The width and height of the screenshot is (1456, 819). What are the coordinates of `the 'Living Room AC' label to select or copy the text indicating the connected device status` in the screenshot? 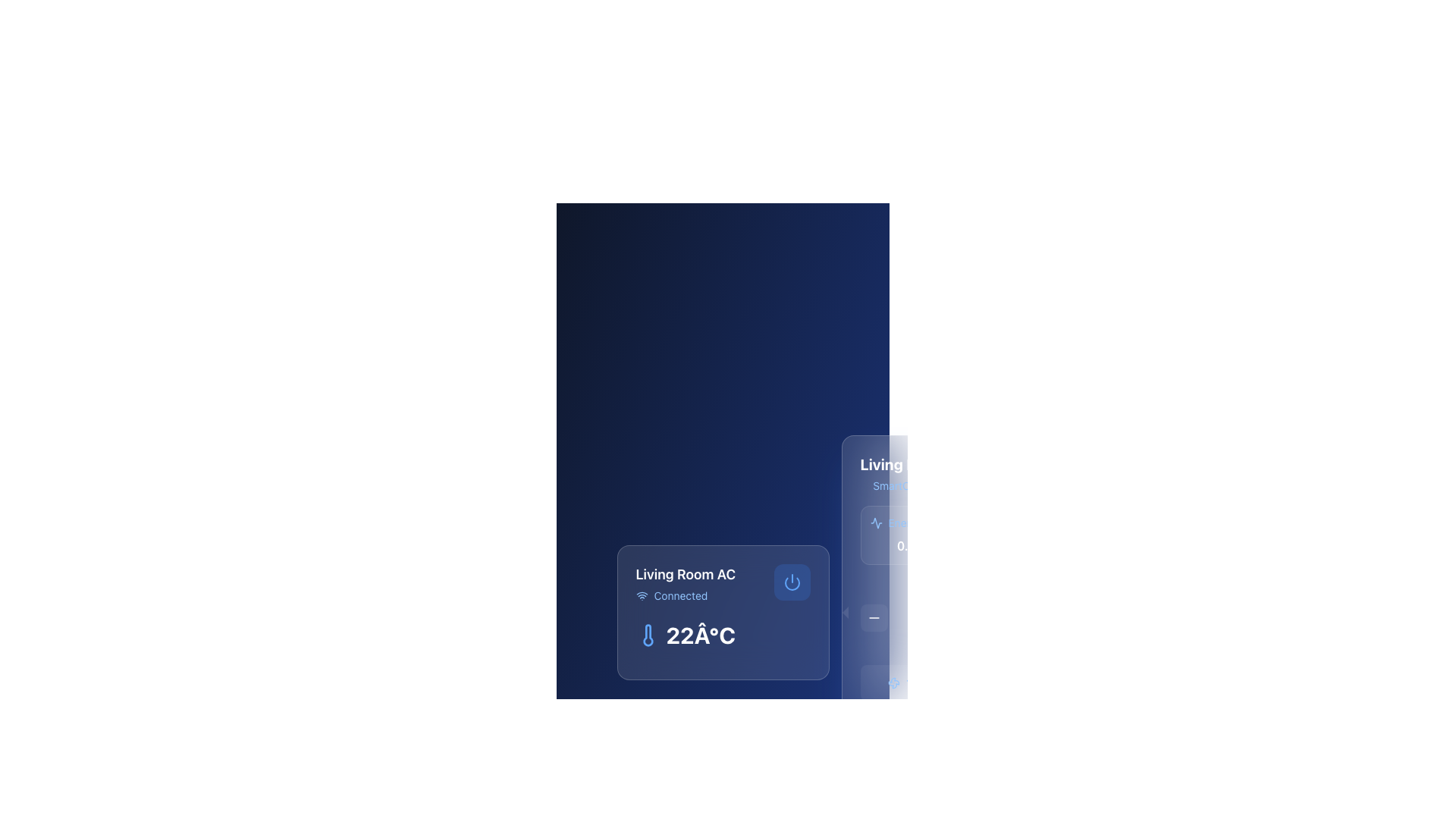 It's located at (722, 583).